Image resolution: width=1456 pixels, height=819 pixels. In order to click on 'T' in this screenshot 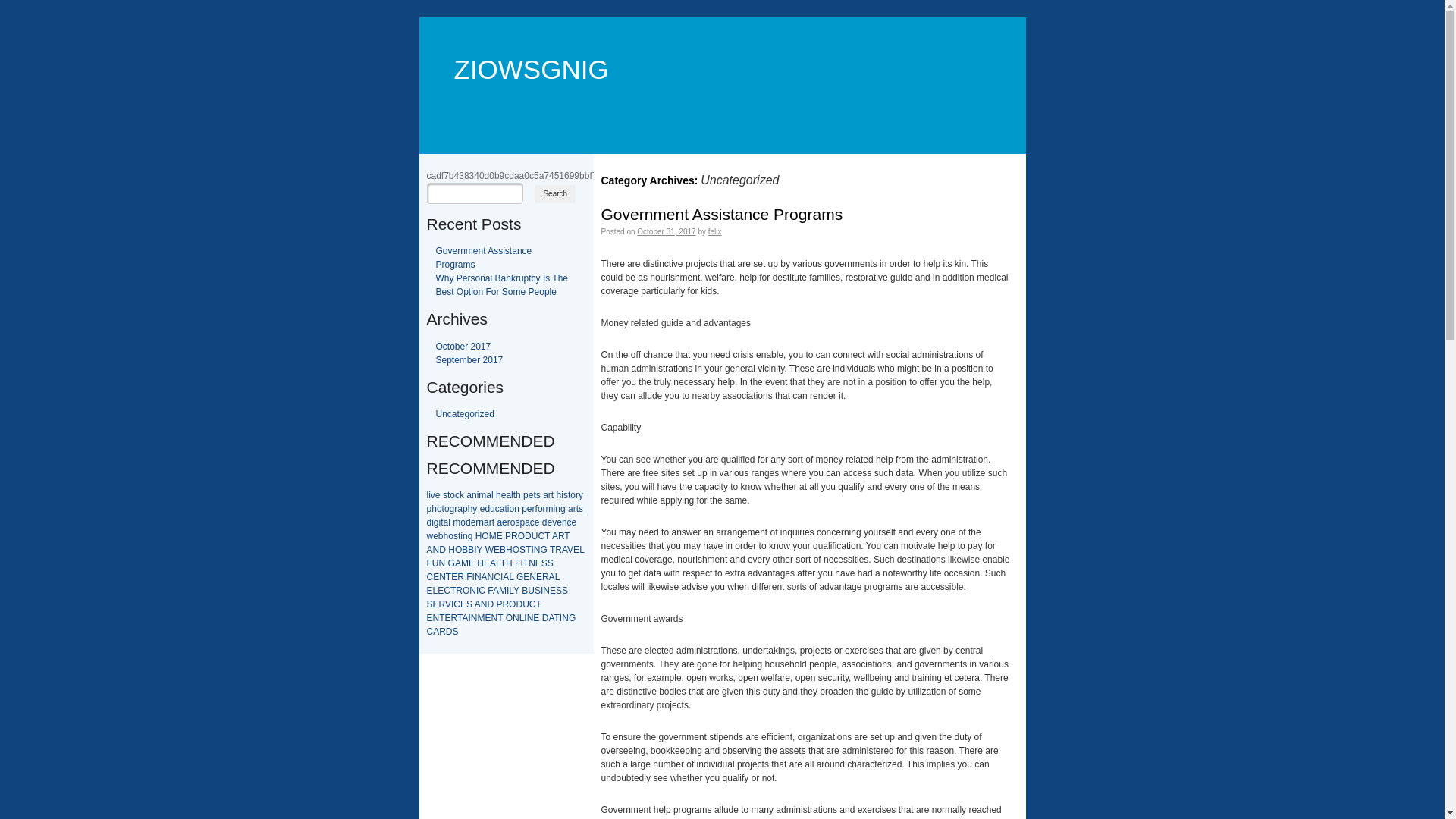, I will do `click(538, 604)`.